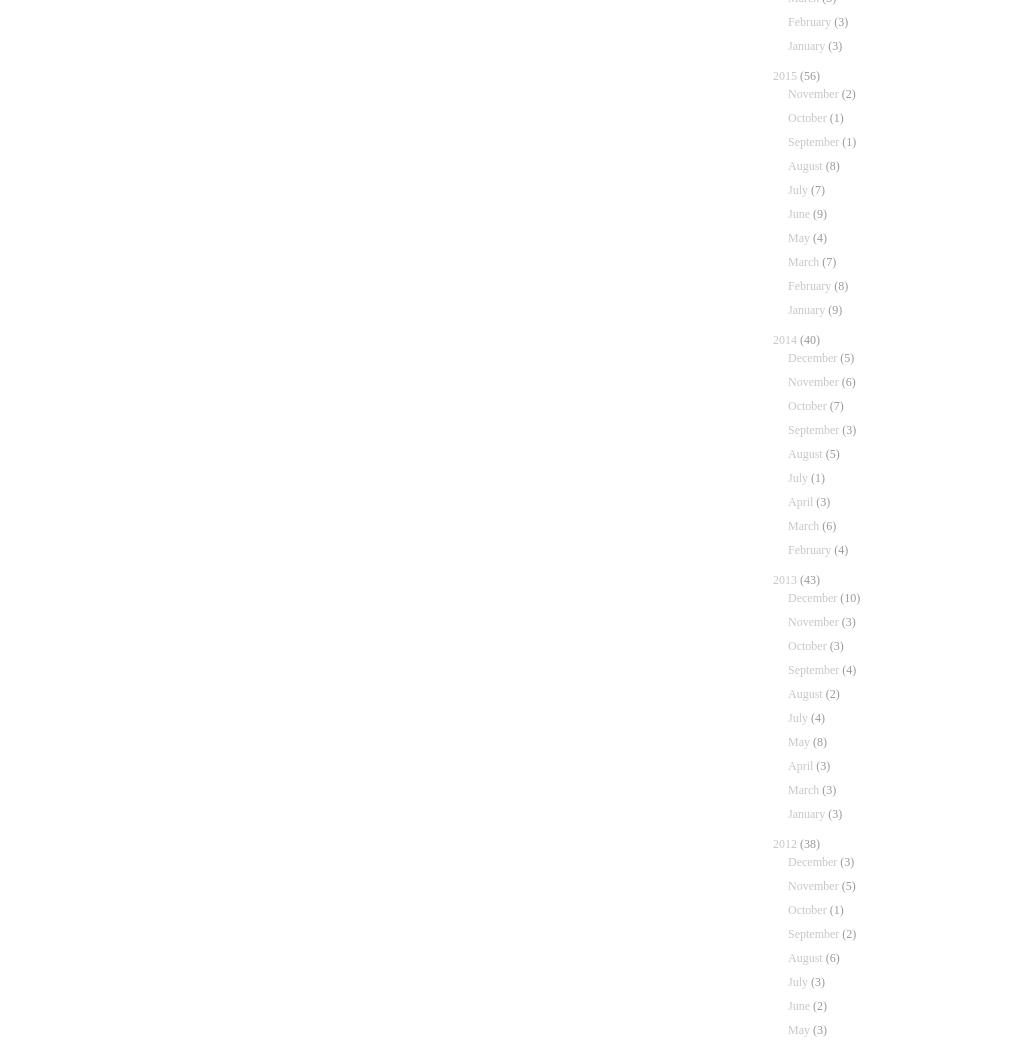 This screenshot has width=1028, height=1042. I want to click on '2014', so click(772, 340).